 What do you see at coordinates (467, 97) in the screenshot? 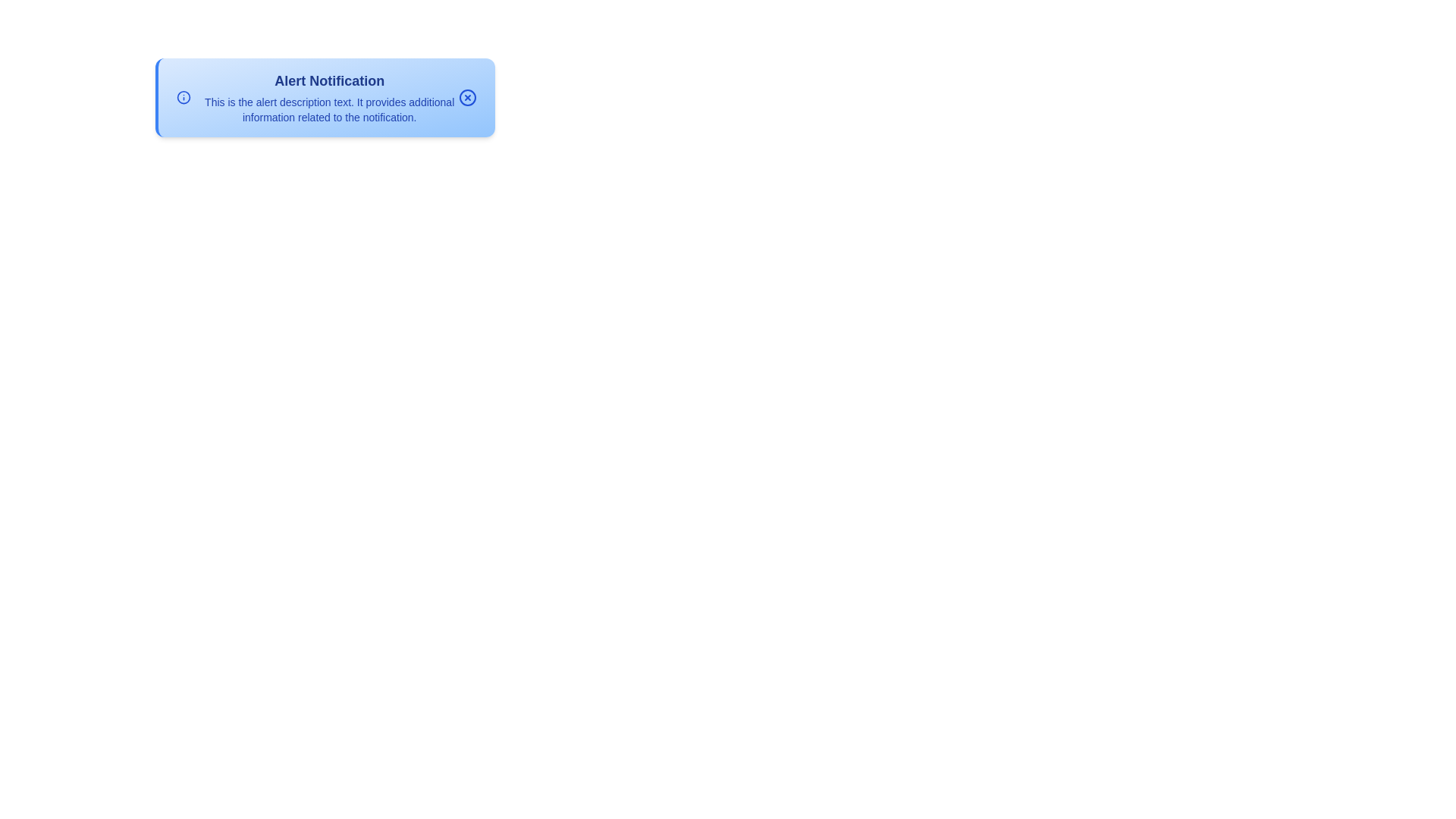
I see `the close button of the alert to close it` at bounding box center [467, 97].